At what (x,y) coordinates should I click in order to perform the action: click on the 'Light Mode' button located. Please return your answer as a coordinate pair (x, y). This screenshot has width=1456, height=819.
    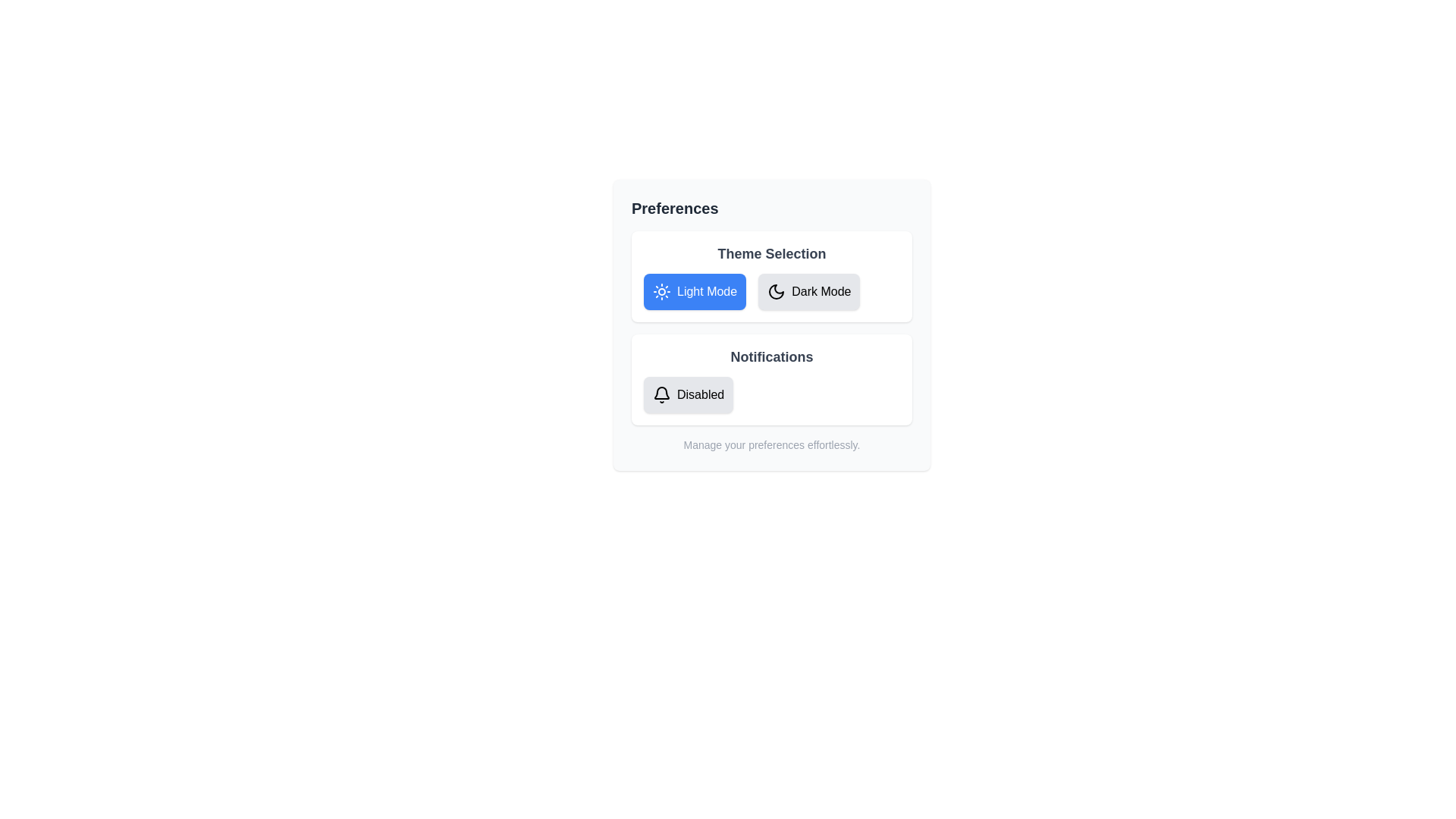
    Looking at the image, I should click on (694, 292).